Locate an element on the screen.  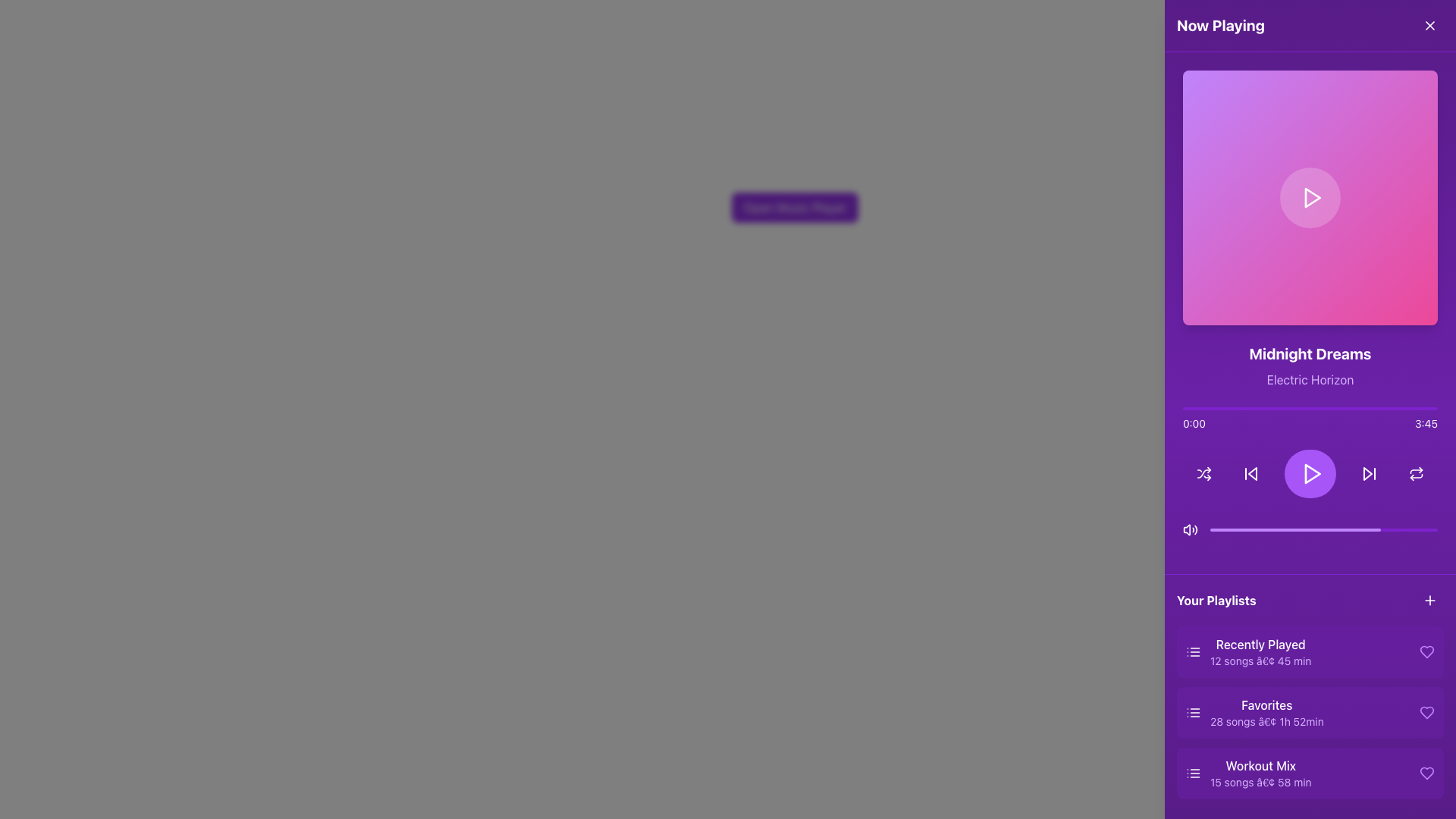
the 'Workout Mix' label with metadata, which displays '15 songs • 58 min' on a purple background, located in the 'Your Playlists' section is located at coordinates (1260, 773).